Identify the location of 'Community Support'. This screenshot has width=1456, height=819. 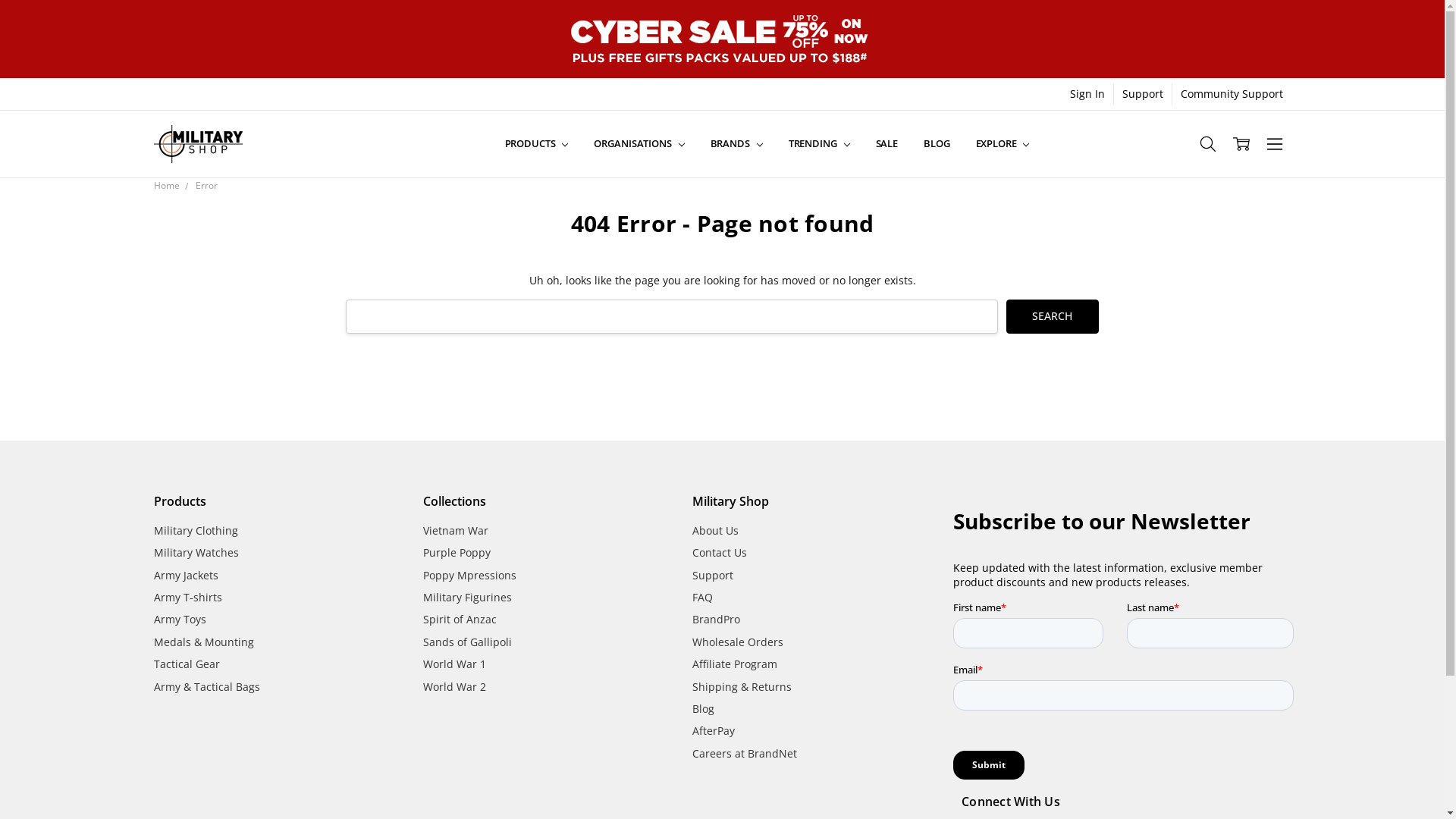
(1232, 93).